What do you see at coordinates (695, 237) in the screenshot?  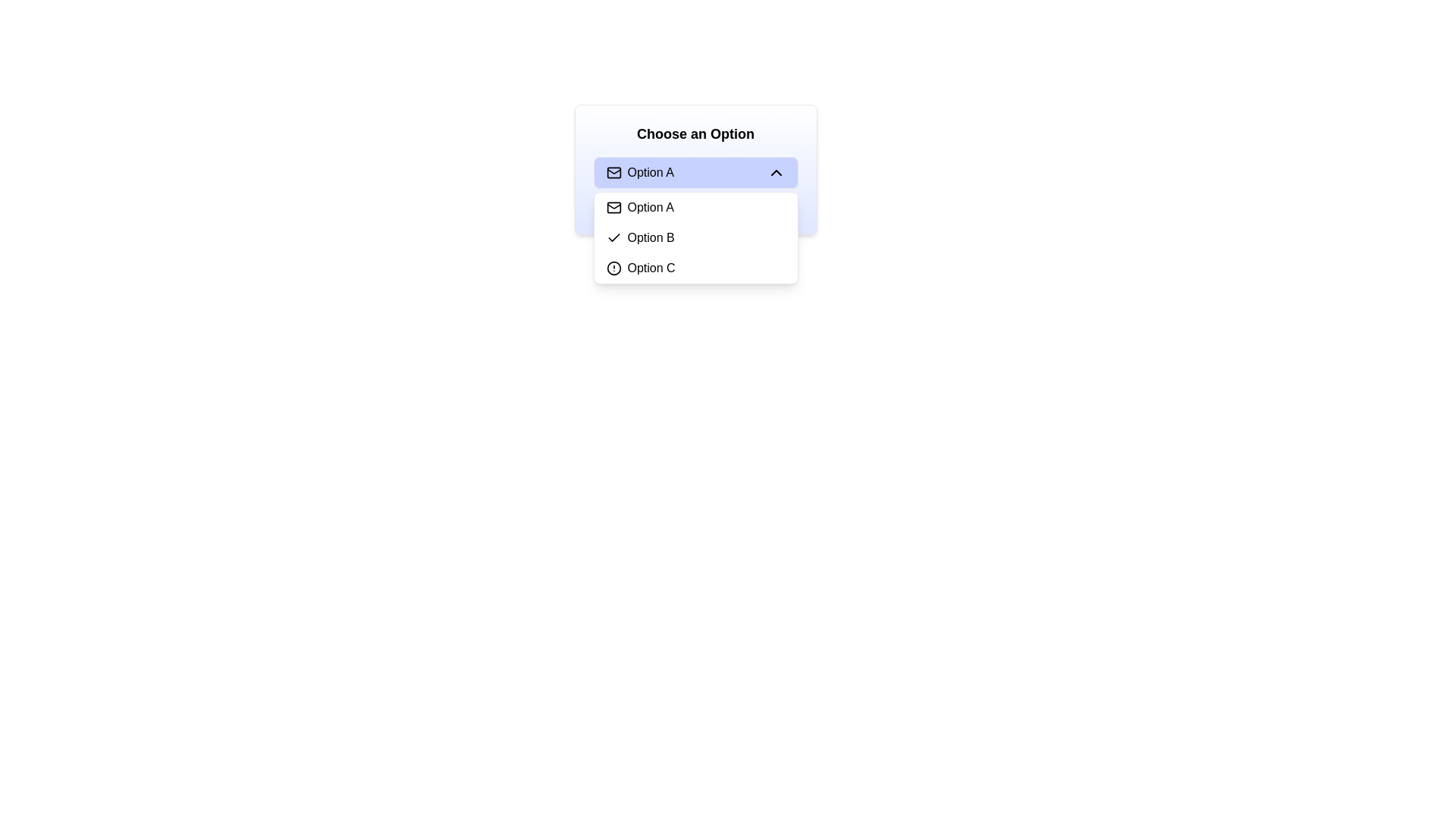 I see `the second item in the dropdown menu that allows users to select 'Option B'` at bounding box center [695, 237].